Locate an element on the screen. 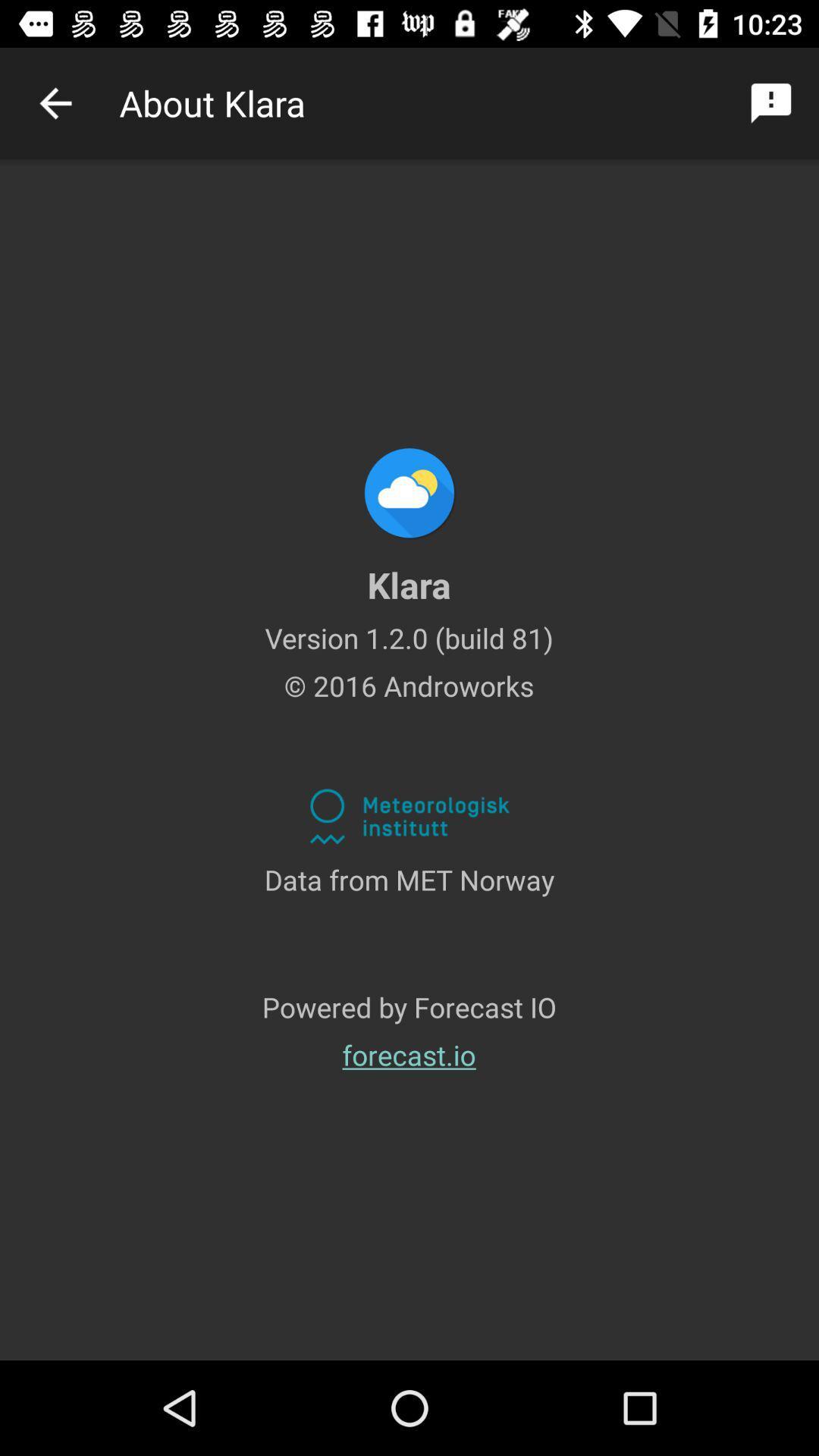 The height and width of the screenshot is (1456, 819). app next to about klara icon is located at coordinates (771, 102).